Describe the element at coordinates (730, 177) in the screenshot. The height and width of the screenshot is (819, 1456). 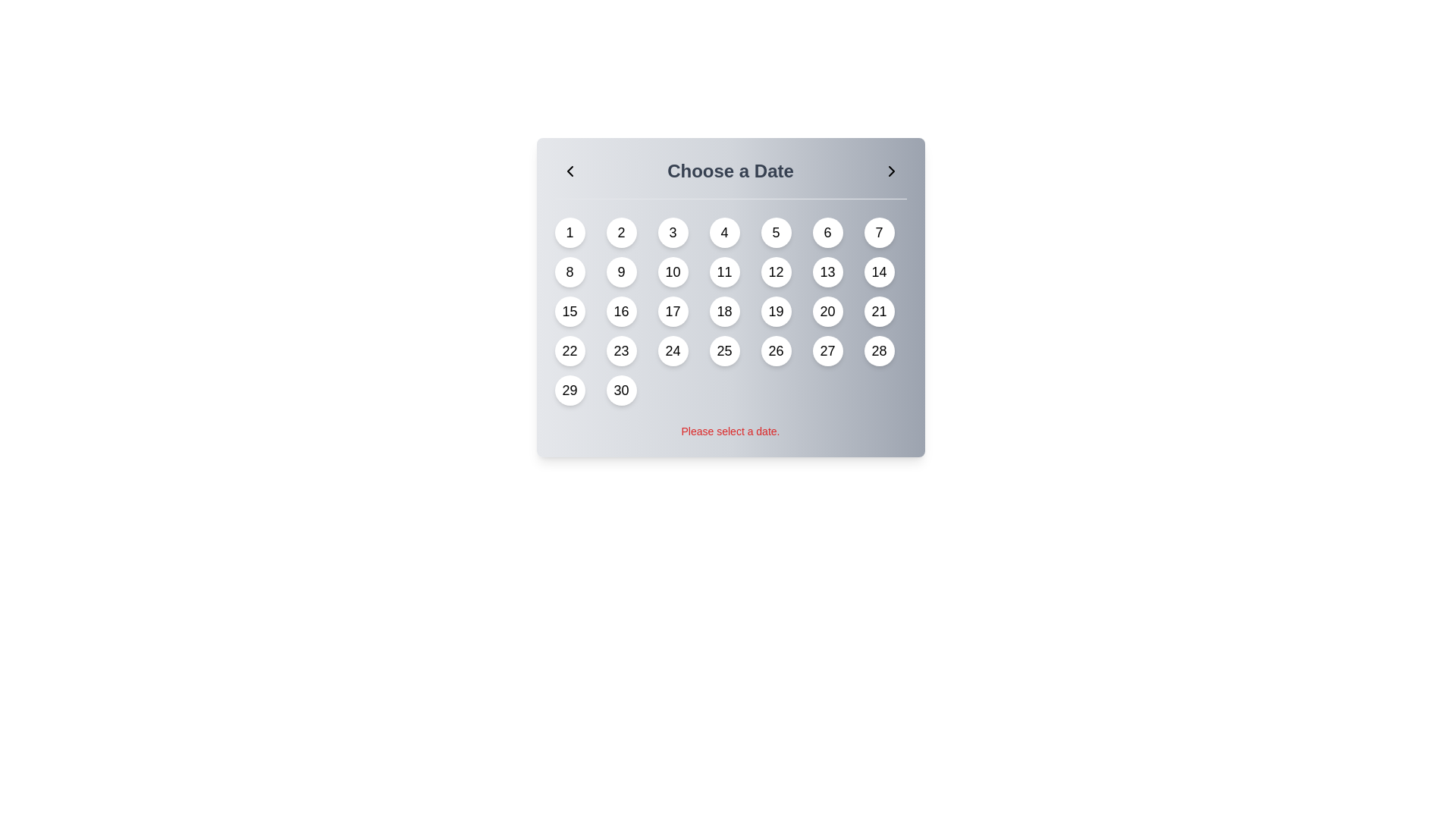
I see `header text of the date picker interface, which is centrally aligned at the top of the dialog and provides navigation controls for date selection` at that location.